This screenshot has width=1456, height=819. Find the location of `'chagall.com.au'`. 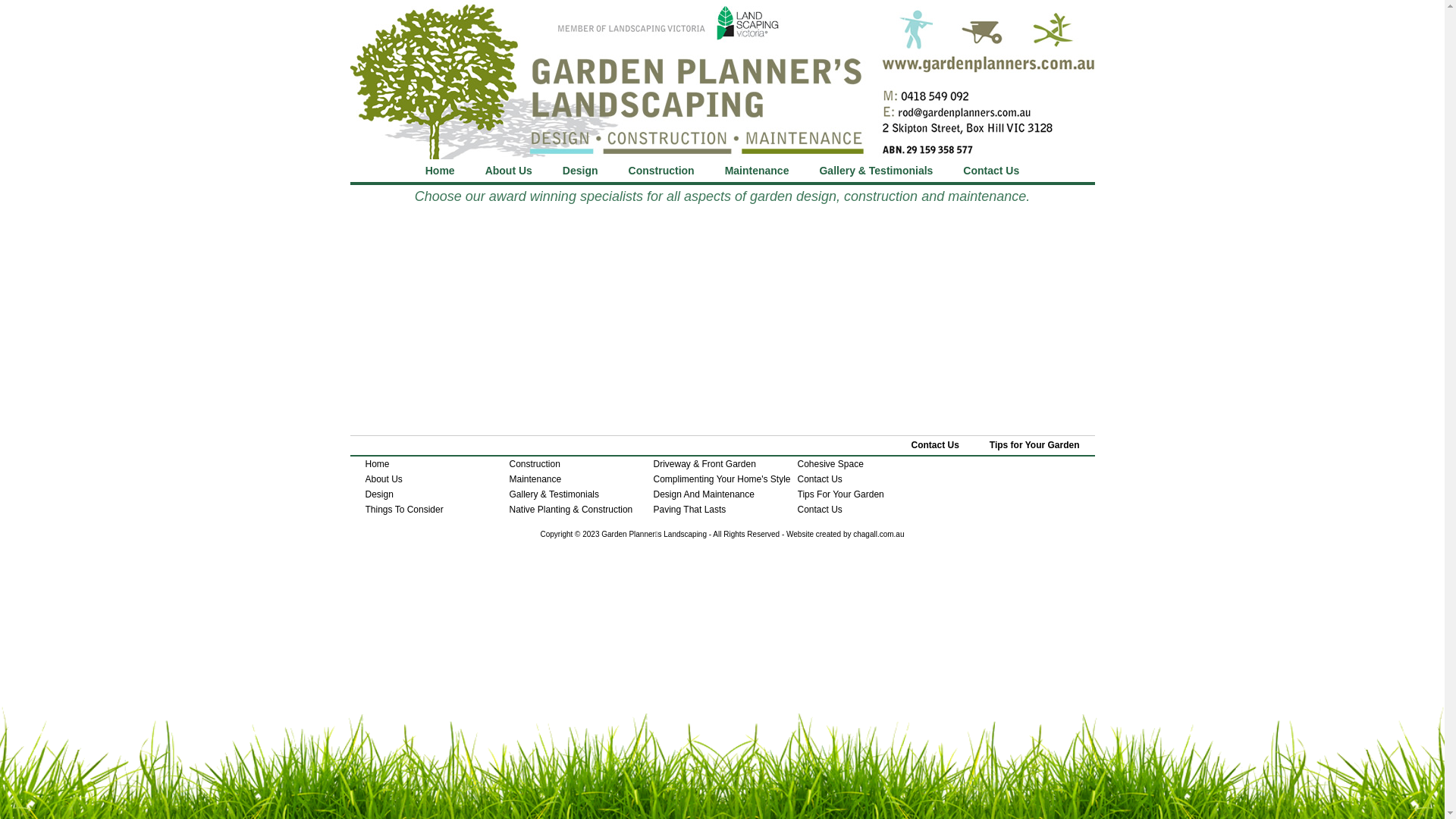

'chagall.com.au' is located at coordinates (878, 533).